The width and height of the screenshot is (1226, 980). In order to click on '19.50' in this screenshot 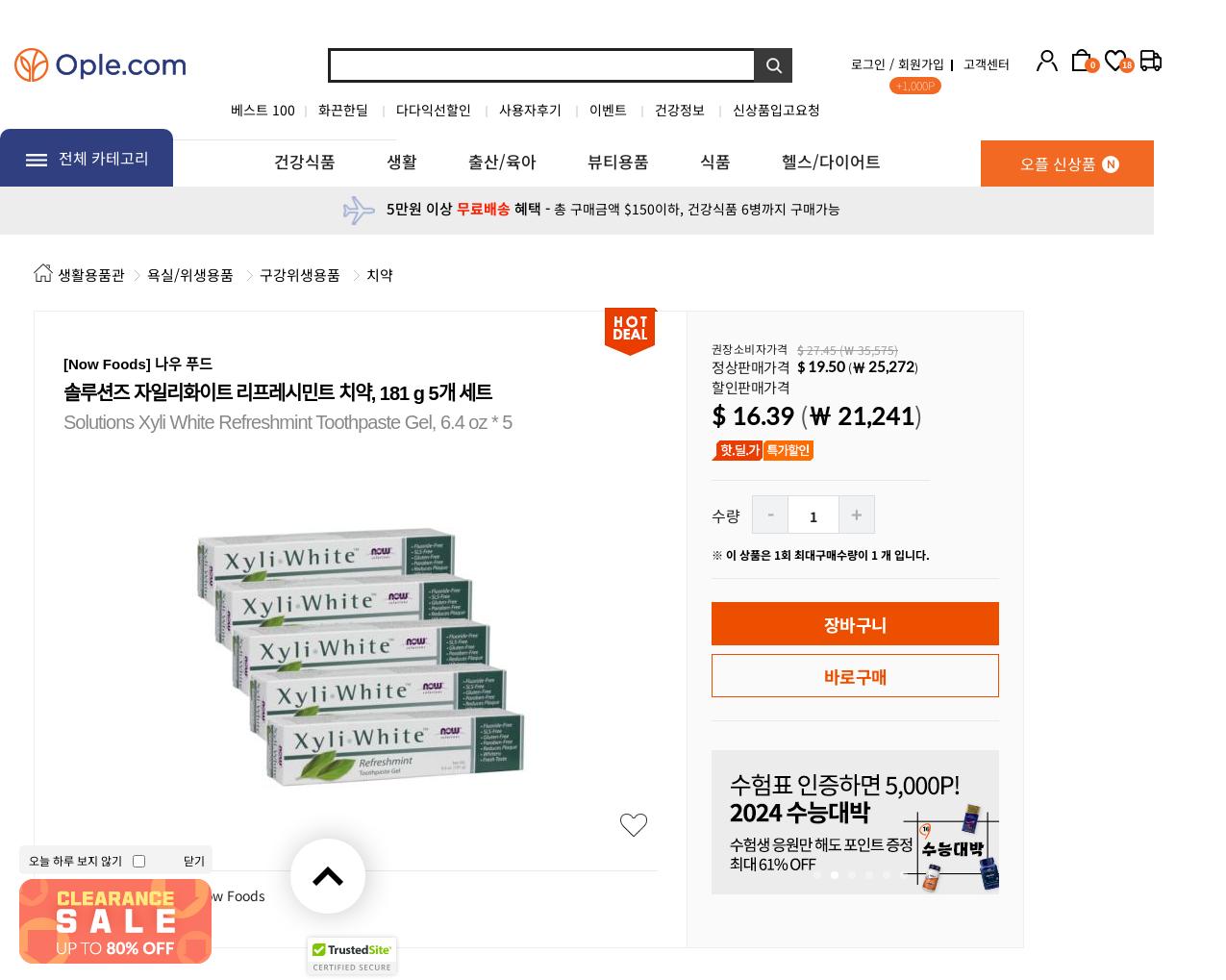, I will do `click(825, 365)`.